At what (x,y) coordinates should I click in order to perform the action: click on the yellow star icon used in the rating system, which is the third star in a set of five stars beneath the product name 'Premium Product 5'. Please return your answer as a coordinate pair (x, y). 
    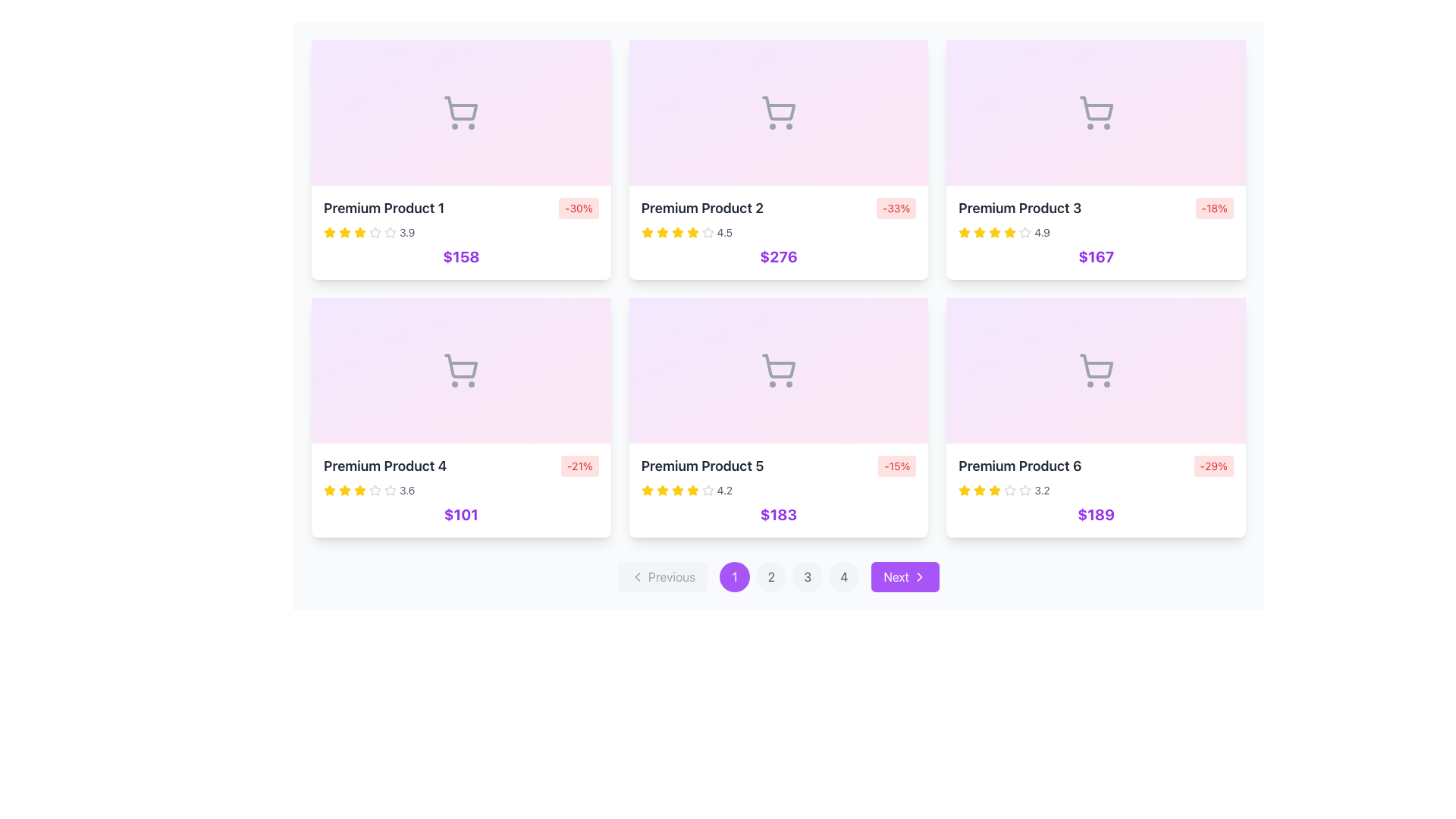
    Looking at the image, I should click on (662, 490).